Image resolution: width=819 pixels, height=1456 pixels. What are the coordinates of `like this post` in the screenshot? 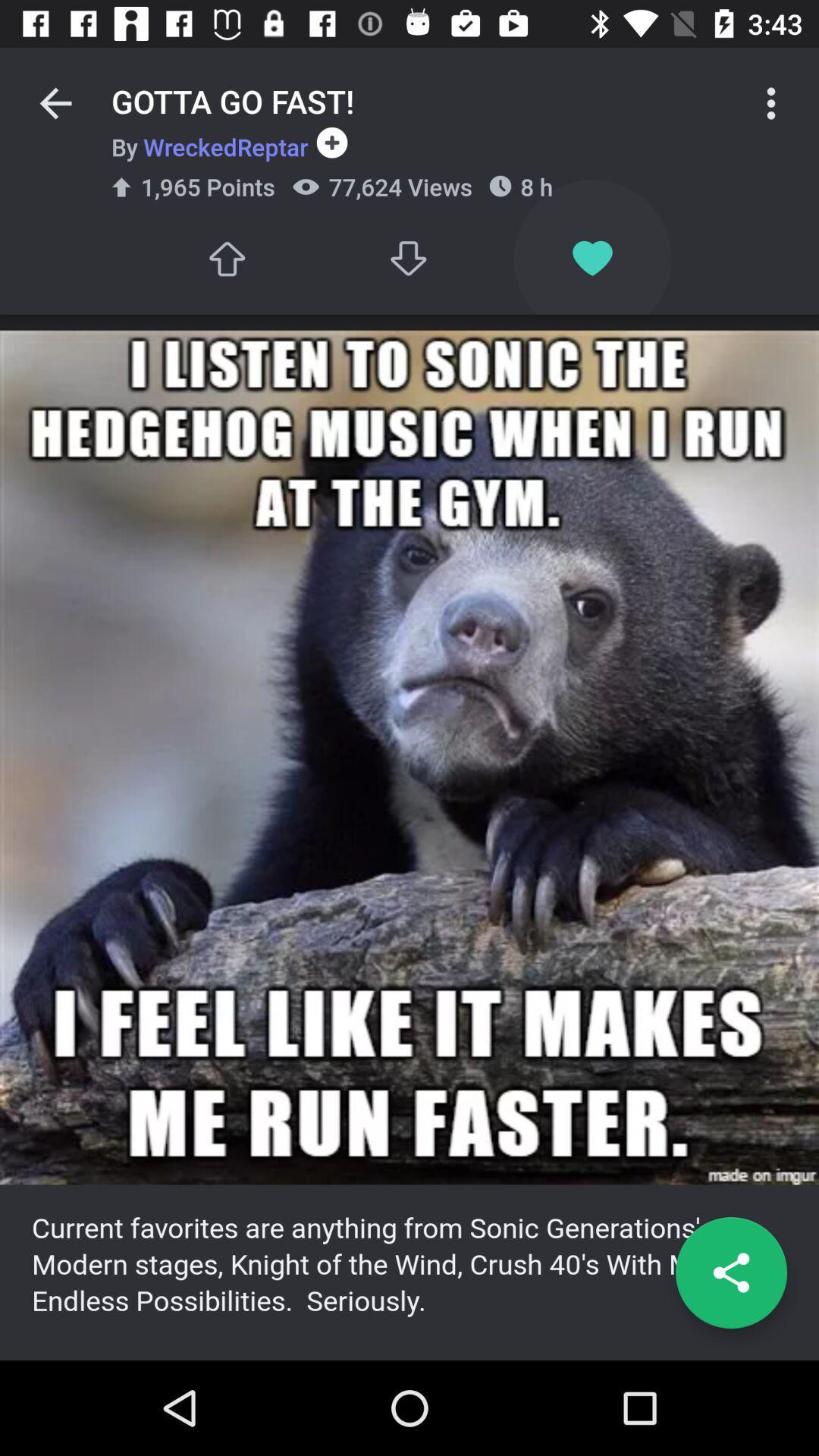 It's located at (591, 259).